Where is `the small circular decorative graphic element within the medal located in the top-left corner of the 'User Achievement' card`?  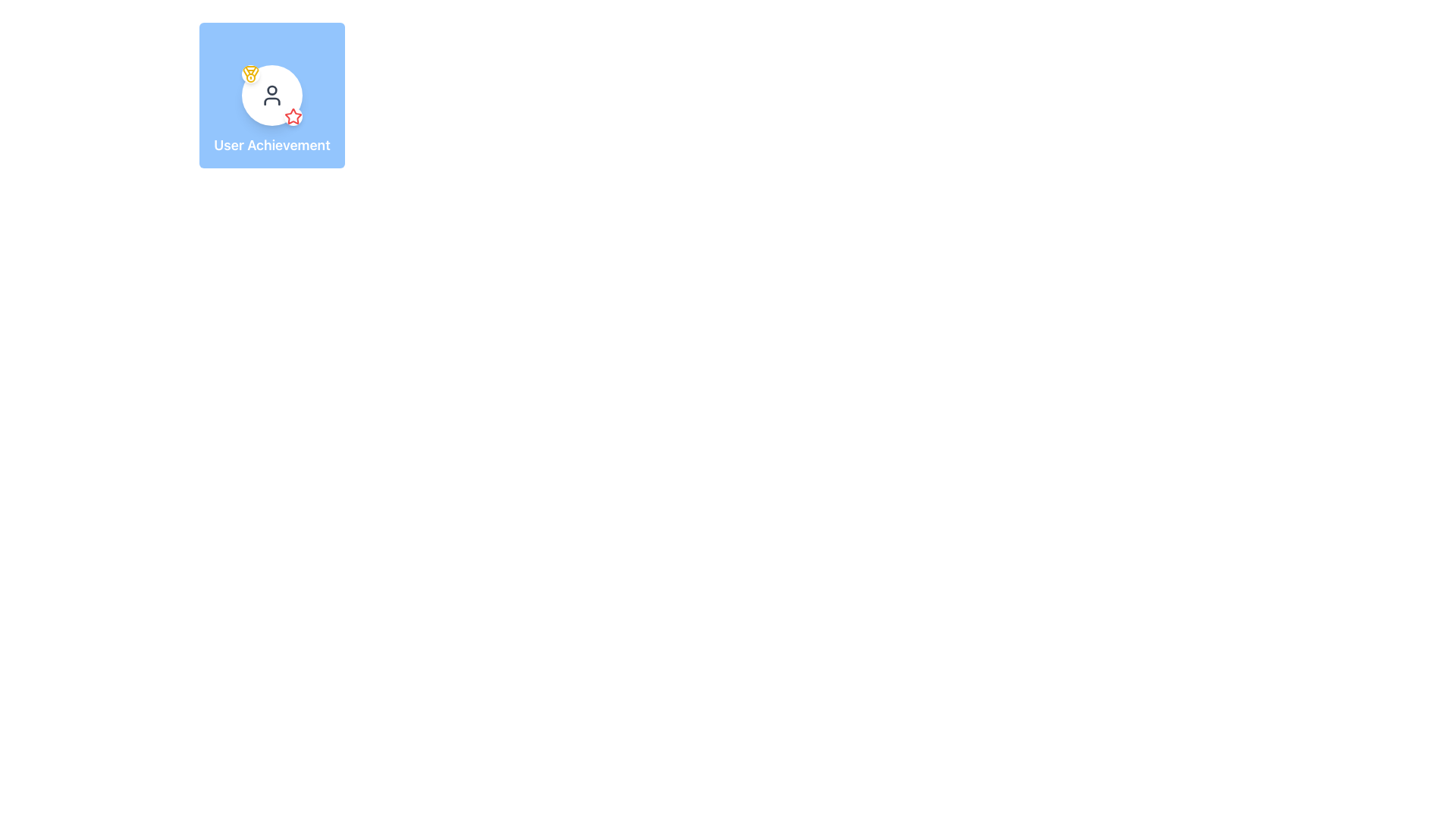 the small circular decorative graphic element within the medal located in the top-left corner of the 'User Achievement' card is located at coordinates (251, 78).